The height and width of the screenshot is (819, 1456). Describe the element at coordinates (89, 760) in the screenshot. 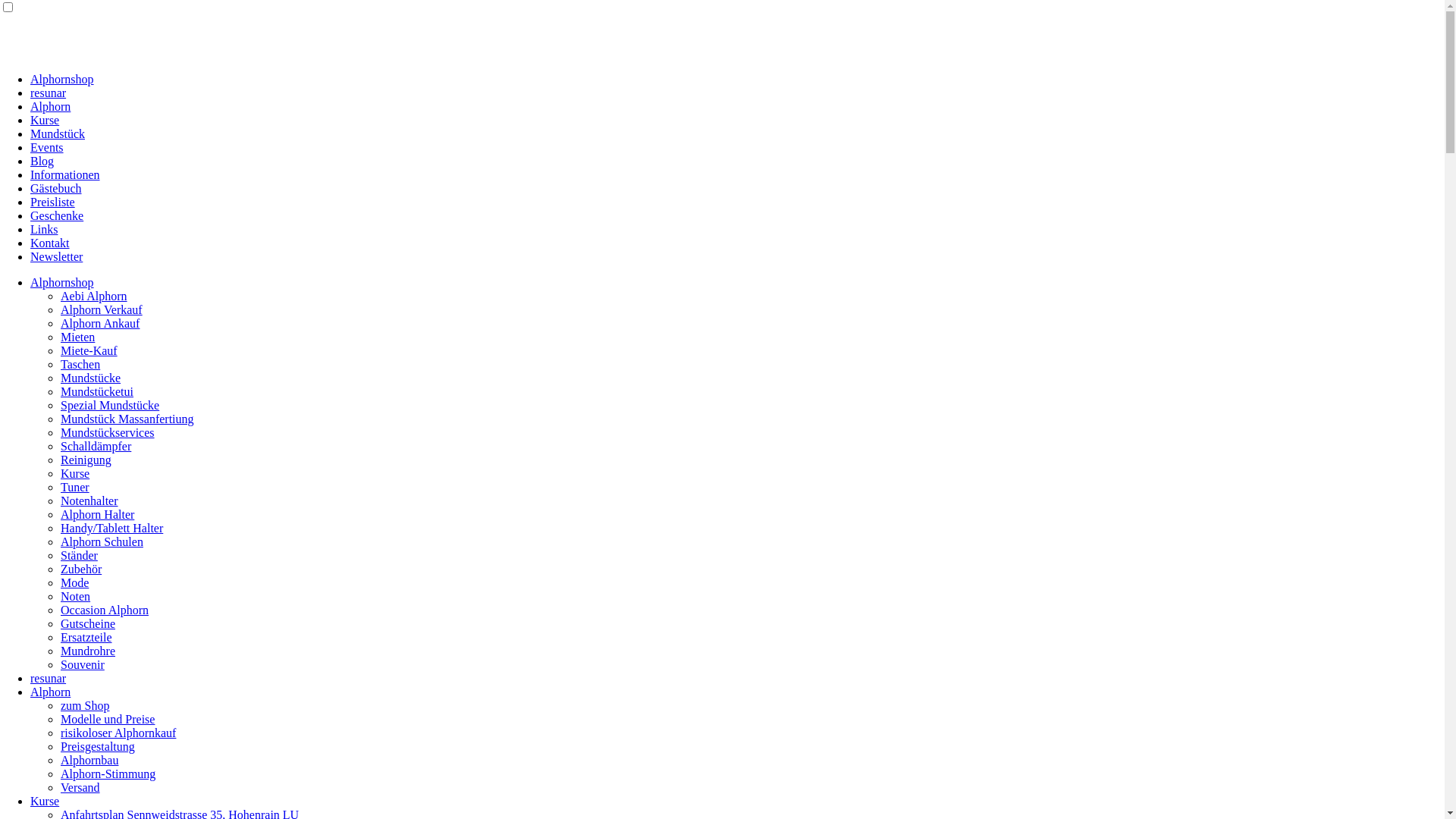

I see `'Alphornbau'` at that location.